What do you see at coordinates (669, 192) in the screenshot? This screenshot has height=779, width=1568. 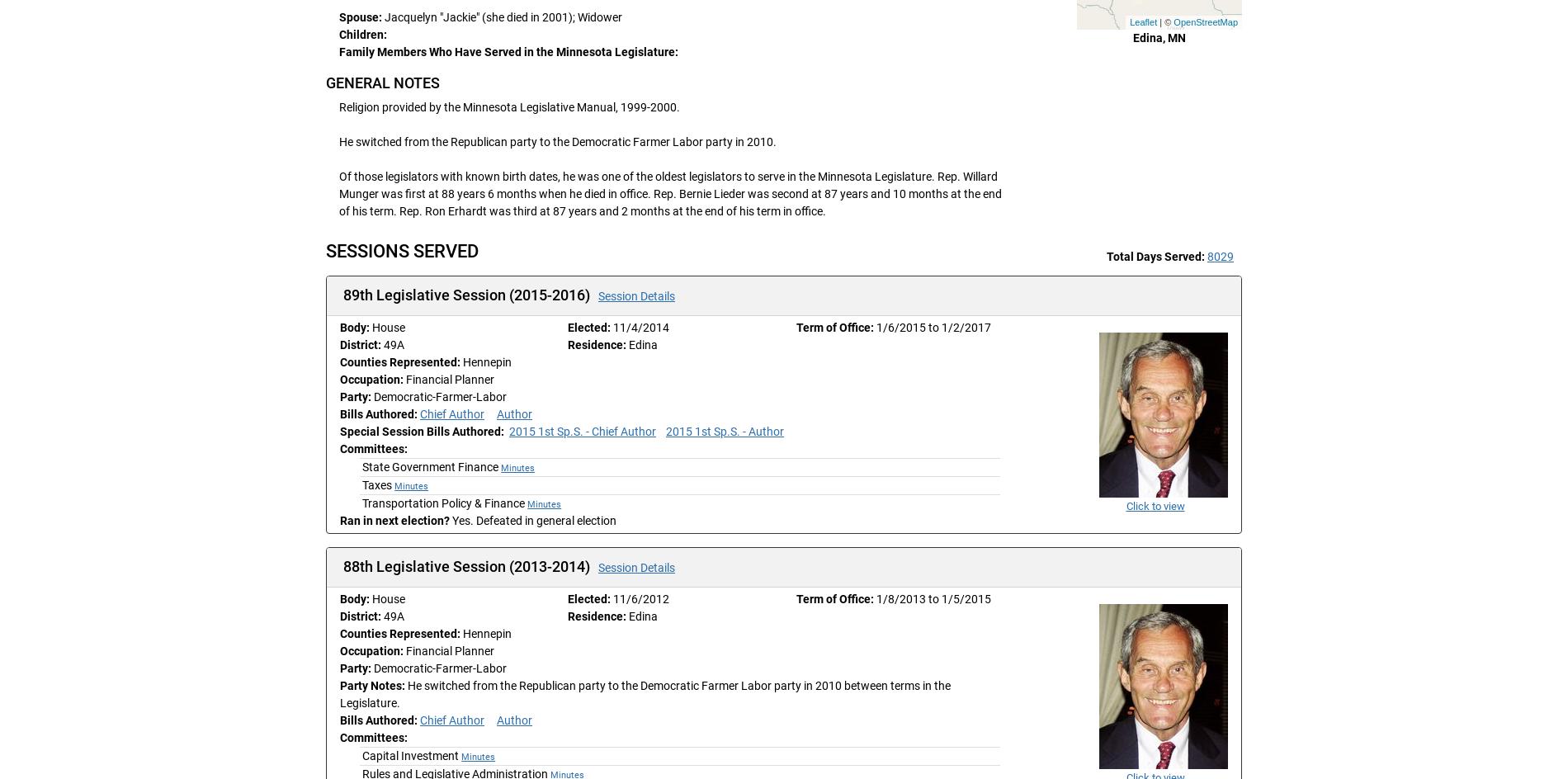 I see `'Of those legislators with known birth dates, he was one of the oldest legislators to serve in the Minnesota Legislature.  Rep. Willard Munger was first at 88 years 6 months when he died in office.  Rep. Bernie Lieder was second at 87 years and 10 months at the end of his term.  Rep. Ron Erhardt was third at 87 years and 2 months at the end of his term in office.'` at bounding box center [669, 192].